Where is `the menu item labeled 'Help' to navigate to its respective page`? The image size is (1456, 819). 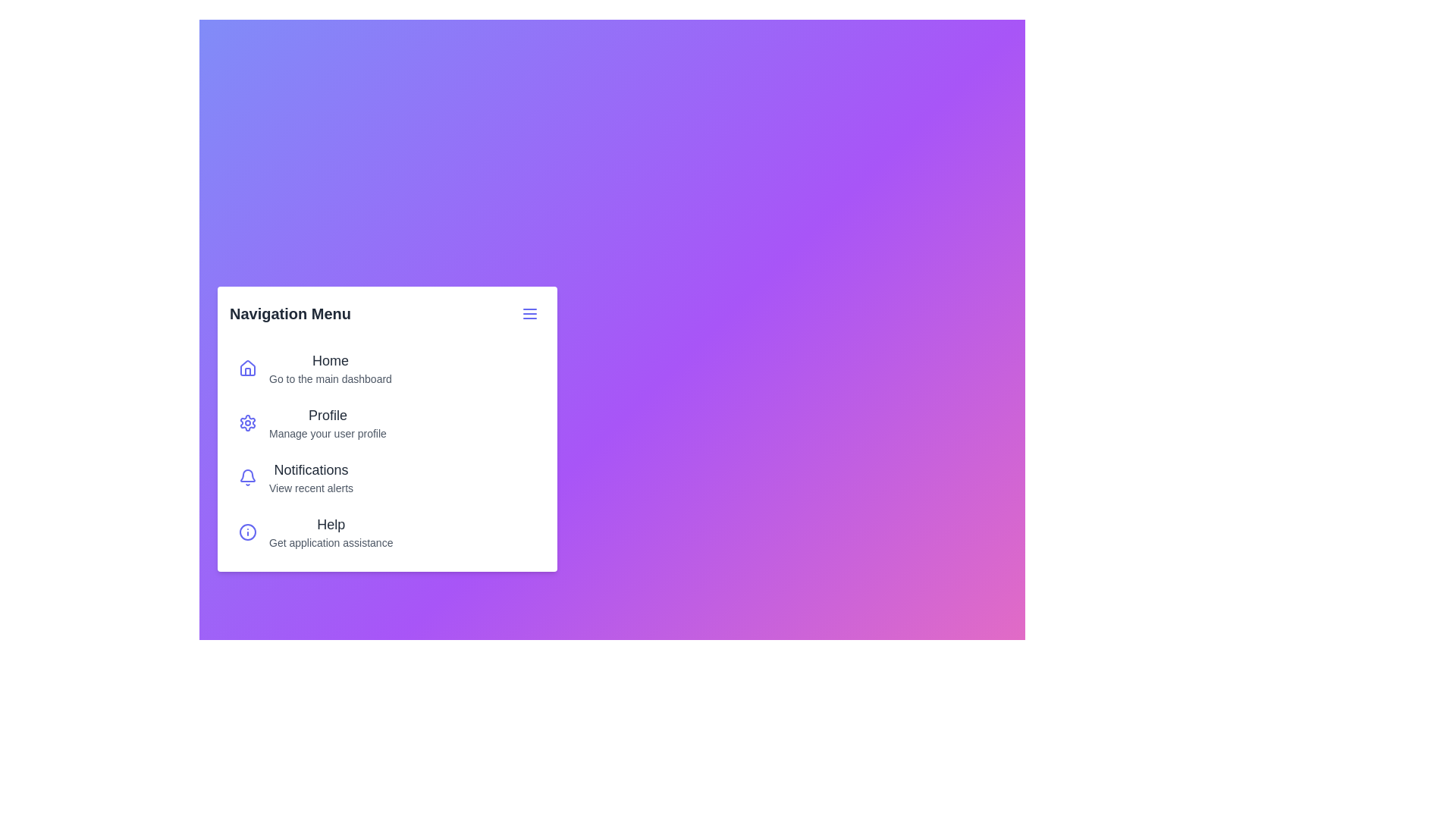
the menu item labeled 'Help' to navigate to its respective page is located at coordinates (387, 532).